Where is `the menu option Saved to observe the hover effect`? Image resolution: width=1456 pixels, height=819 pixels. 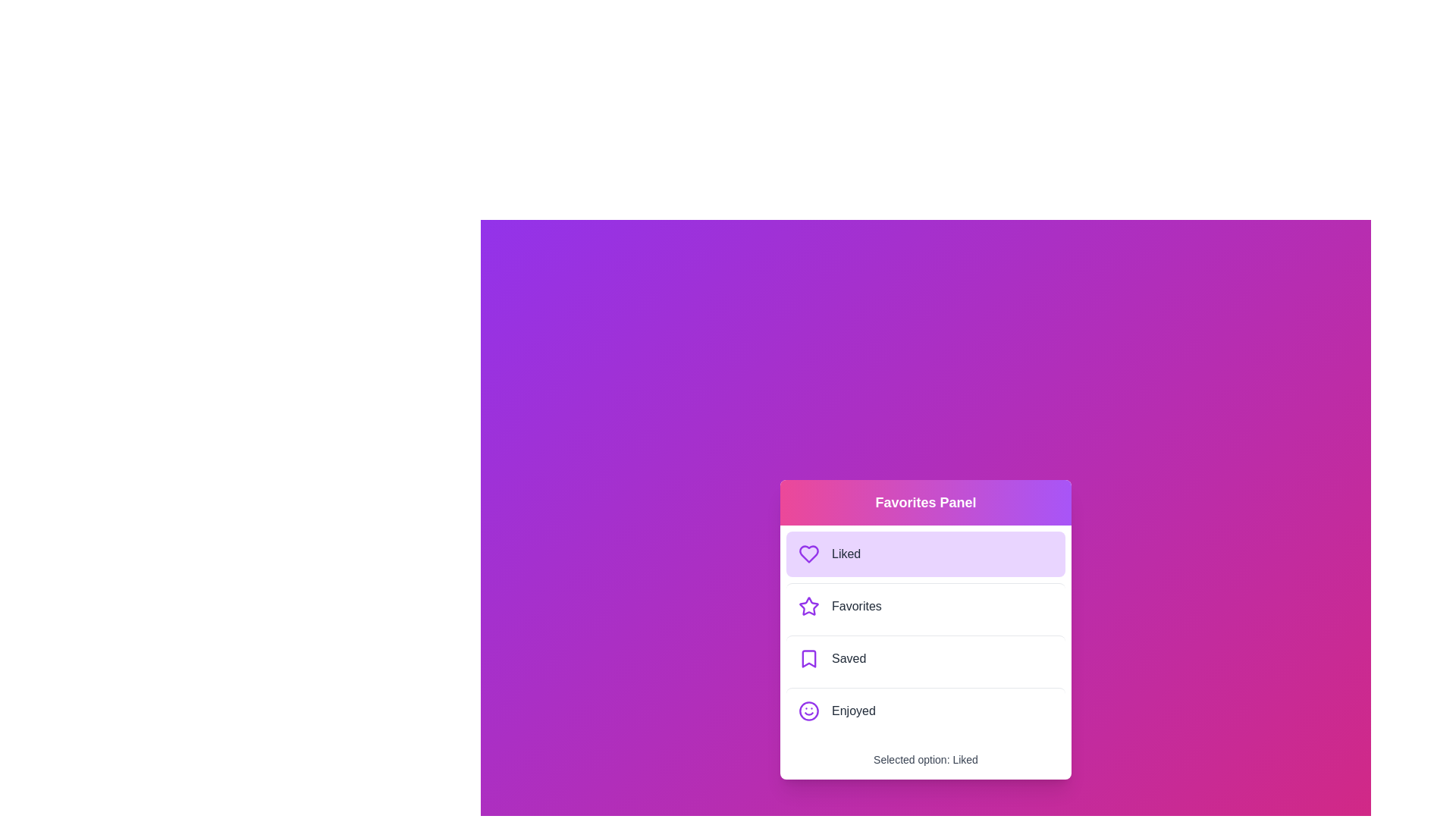
the menu option Saved to observe the hover effect is located at coordinates (924, 657).